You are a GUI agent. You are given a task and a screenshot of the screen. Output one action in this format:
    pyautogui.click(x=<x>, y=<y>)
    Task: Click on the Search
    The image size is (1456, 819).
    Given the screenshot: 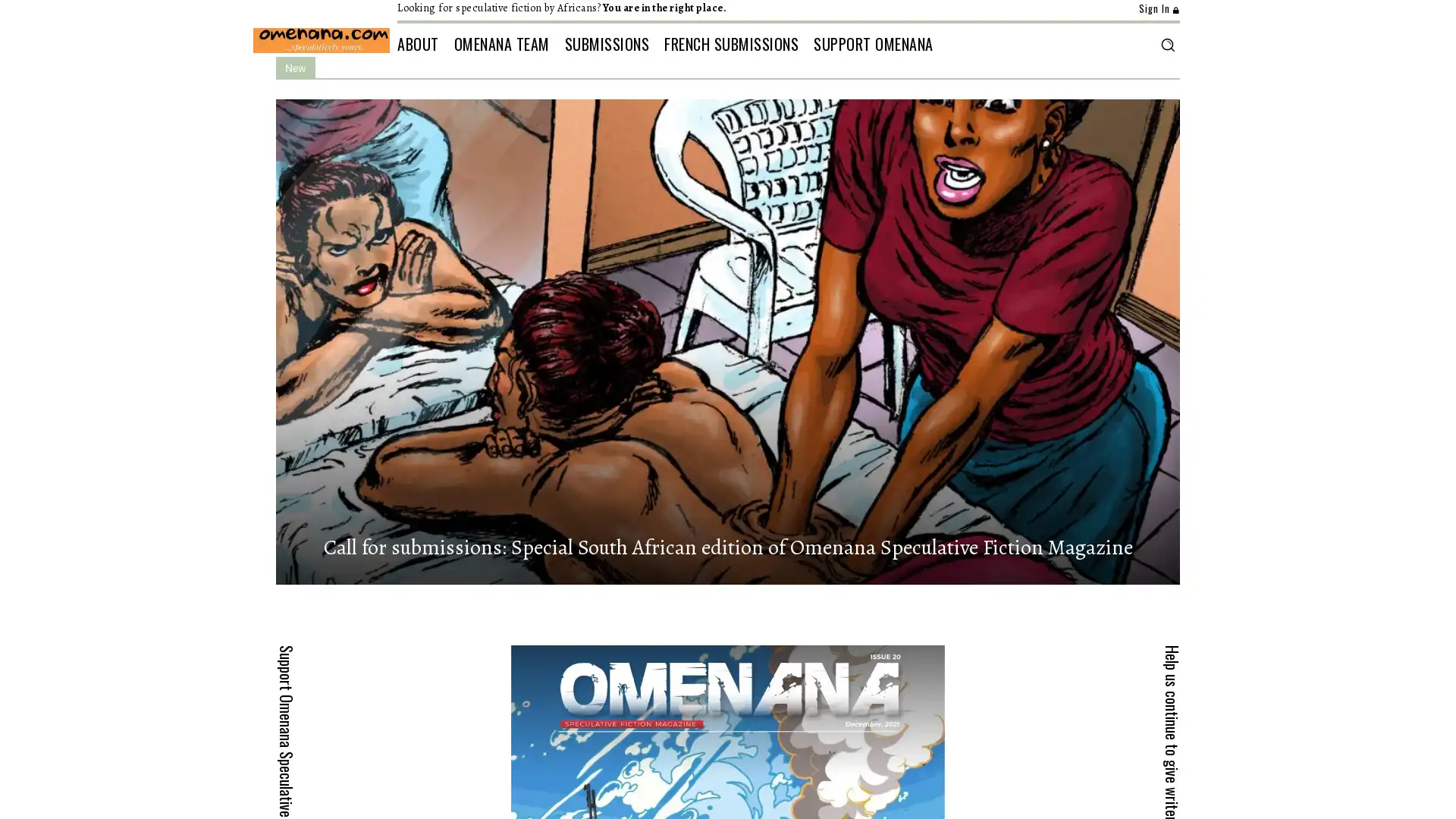 What is the action you would take?
    pyautogui.click(x=1166, y=43)
    